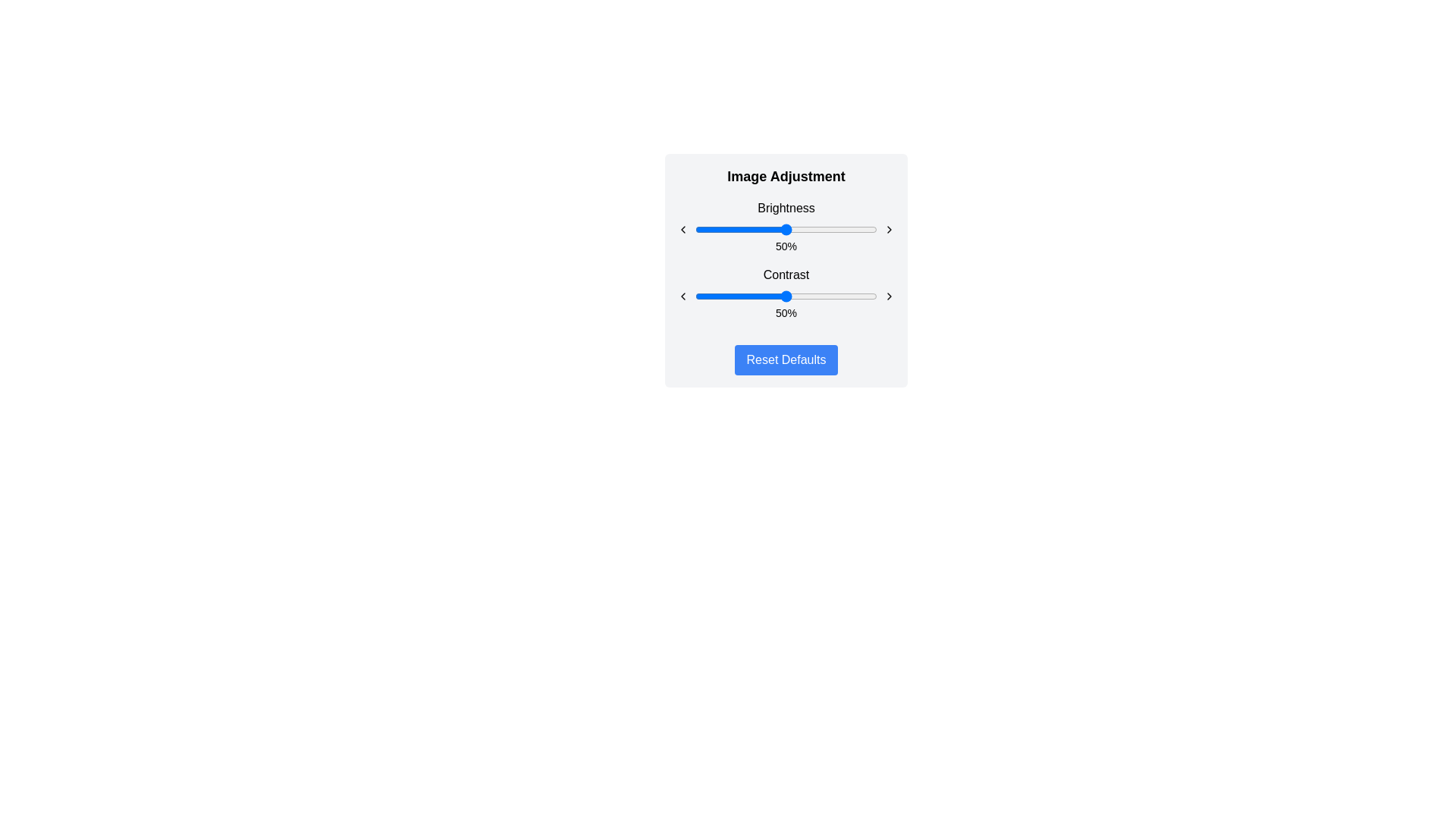 The height and width of the screenshot is (819, 1456). What do you see at coordinates (711, 296) in the screenshot?
I see `contrast` at bounding box center [711, 296].